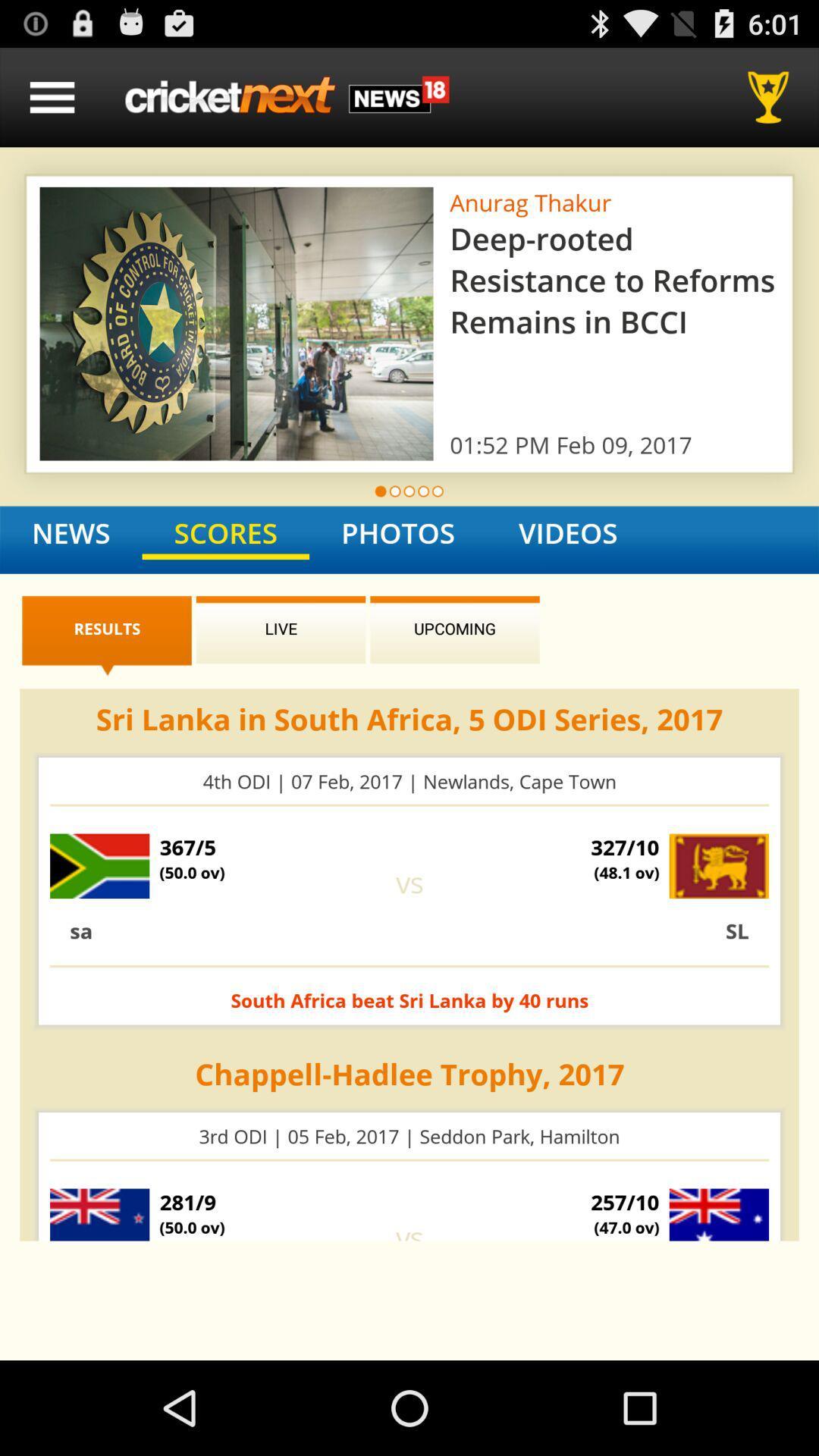  Describe the element at coordinates (52, 103) in the screenshot. I see `the menu icon` at that location.